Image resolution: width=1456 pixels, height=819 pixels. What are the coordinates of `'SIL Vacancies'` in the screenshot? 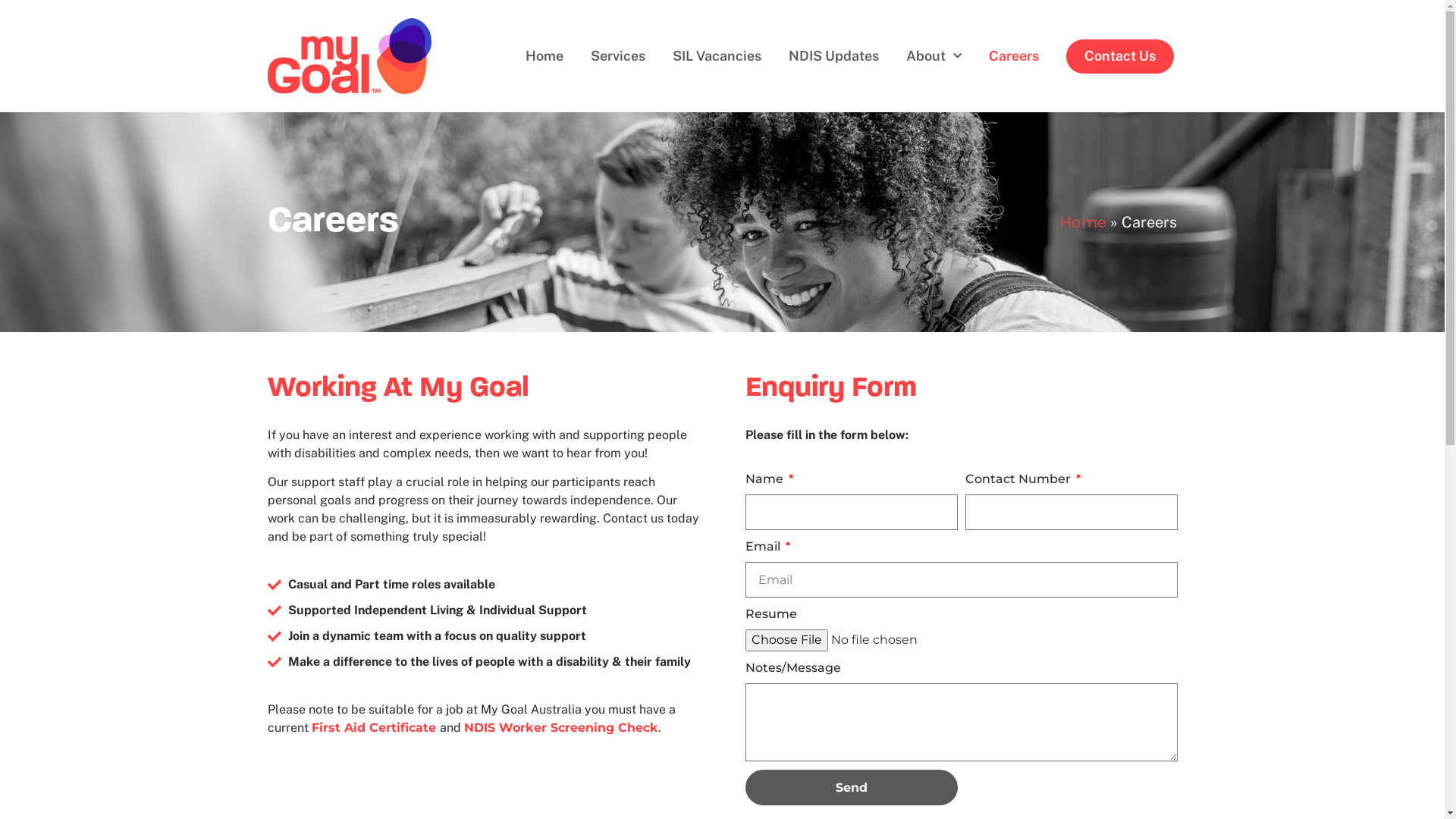 It's located at (716, 55).